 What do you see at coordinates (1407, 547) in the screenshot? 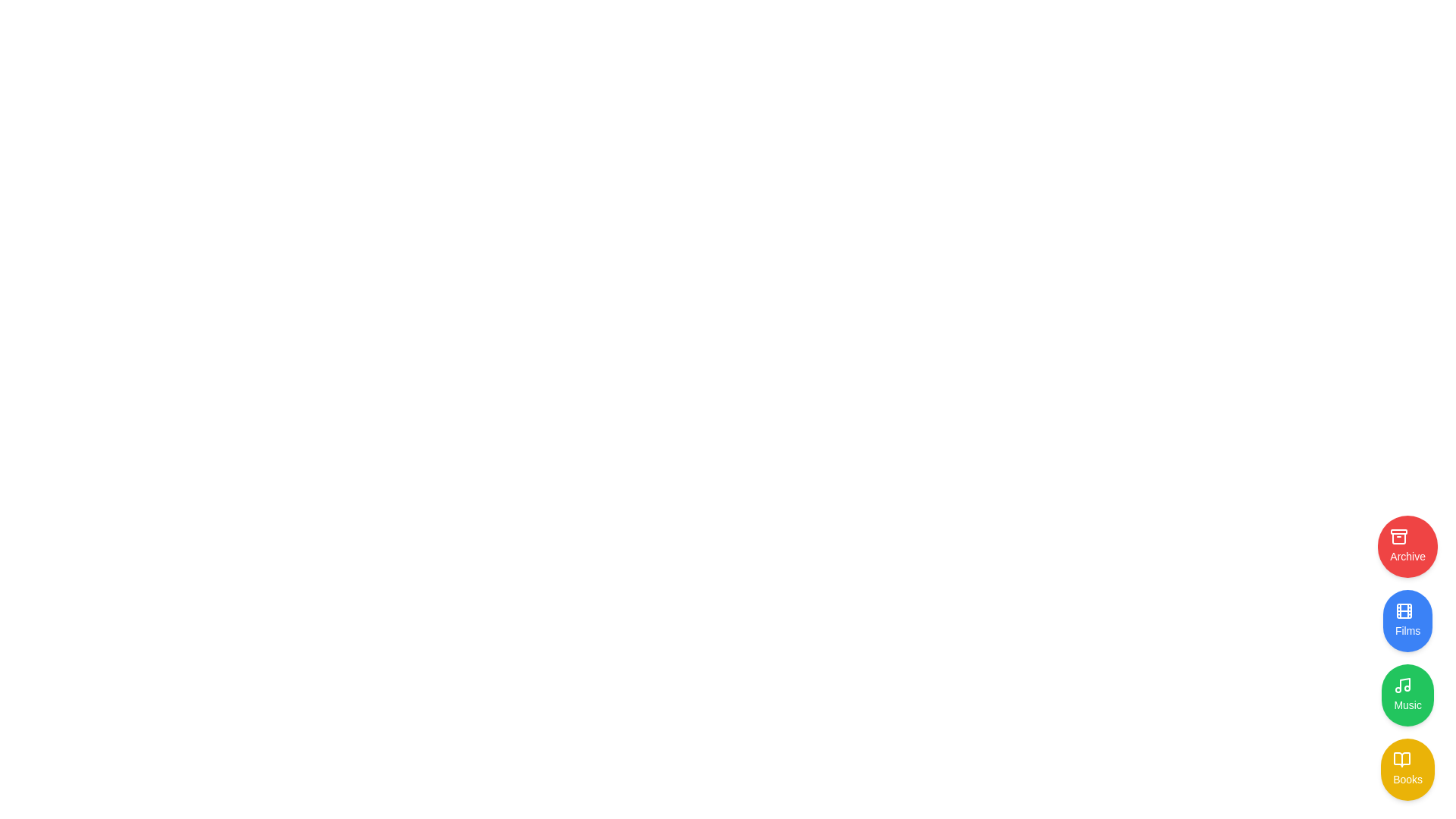
I see `the circular red button with an archive box icon and 'Archive' text` at bounding box center [1407, 547].